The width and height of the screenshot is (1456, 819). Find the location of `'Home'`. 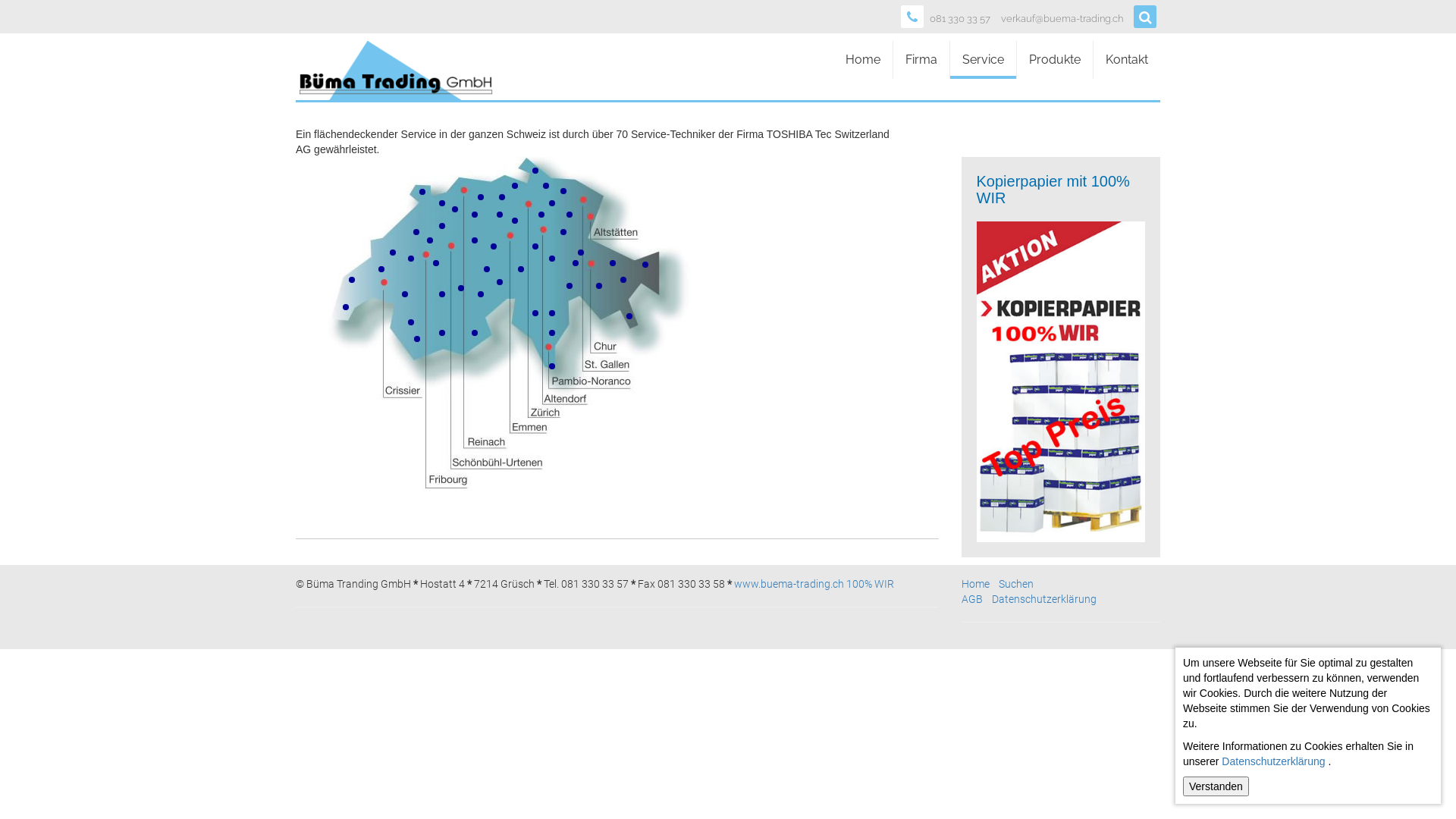

'Home' is located at coordinates (975, 583).